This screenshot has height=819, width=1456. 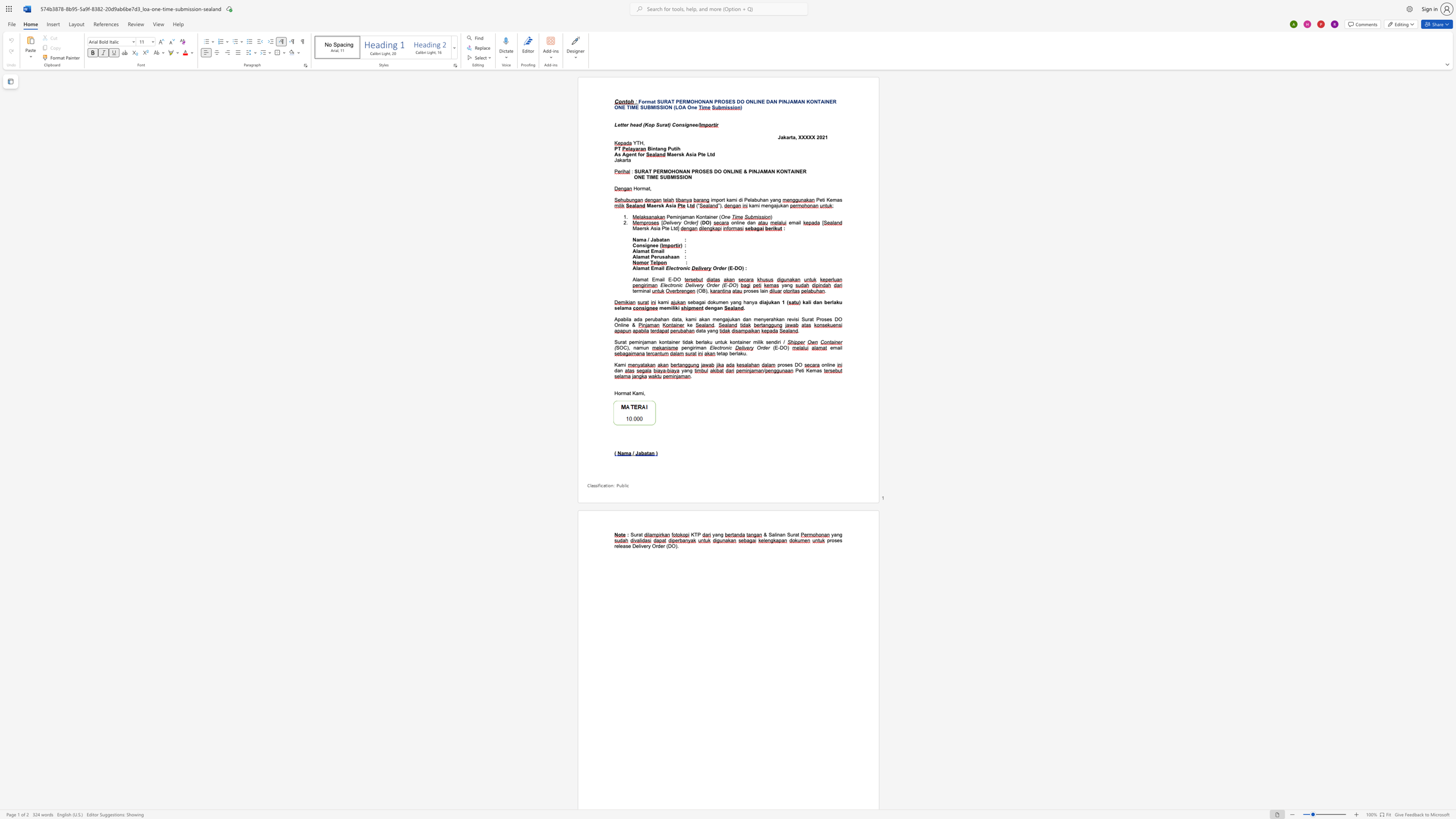 What do you see at coordinates (790, 534) in the screenshot?
I see `the subset text "ura" within the text "& Salinan Surat"` at bounding box center [790, 534].